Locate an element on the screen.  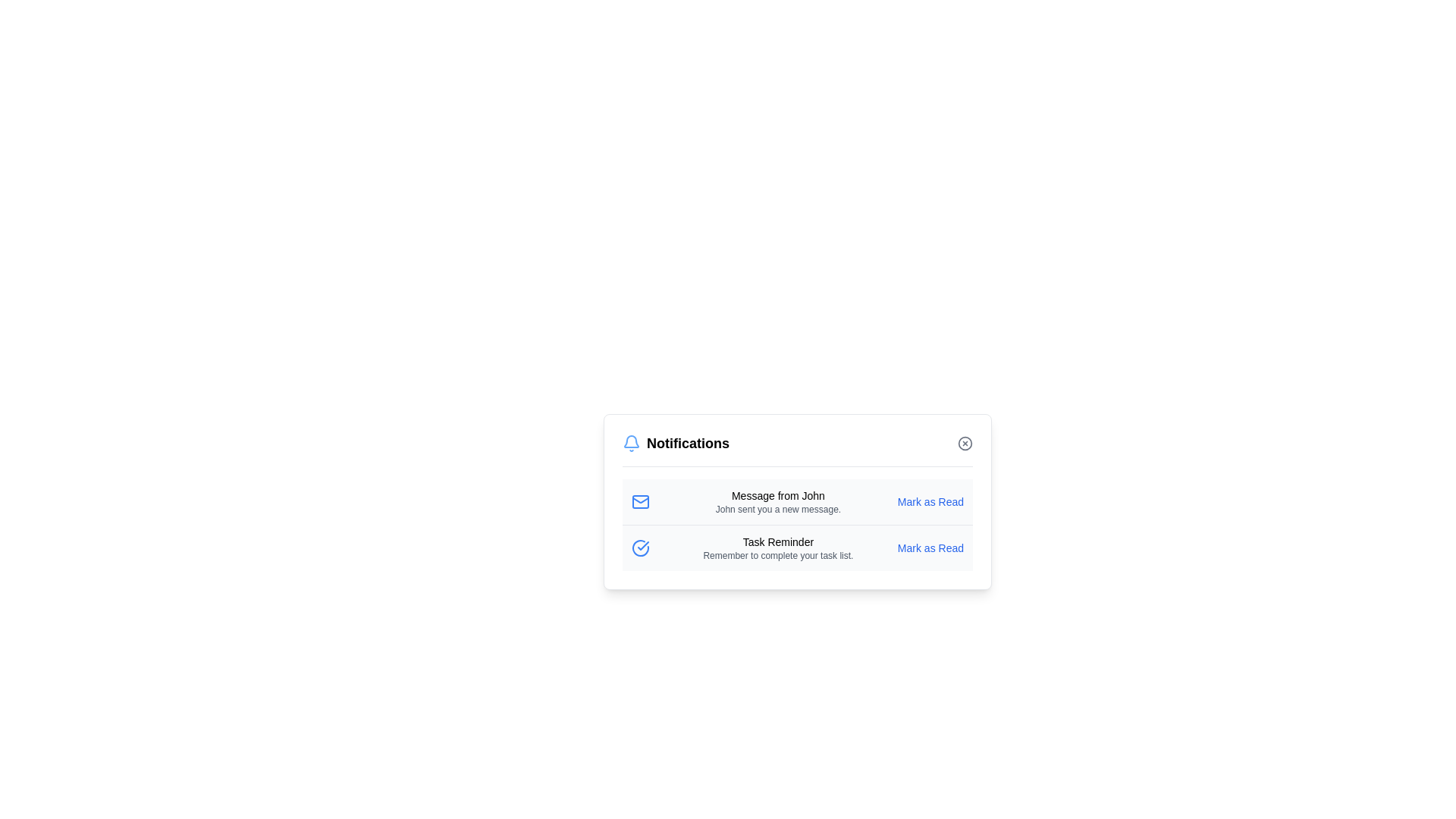
the notifications icon located at the far left of the notifications section, which serves as a symbolic representation for alerts is located at coordinates (632, 444).